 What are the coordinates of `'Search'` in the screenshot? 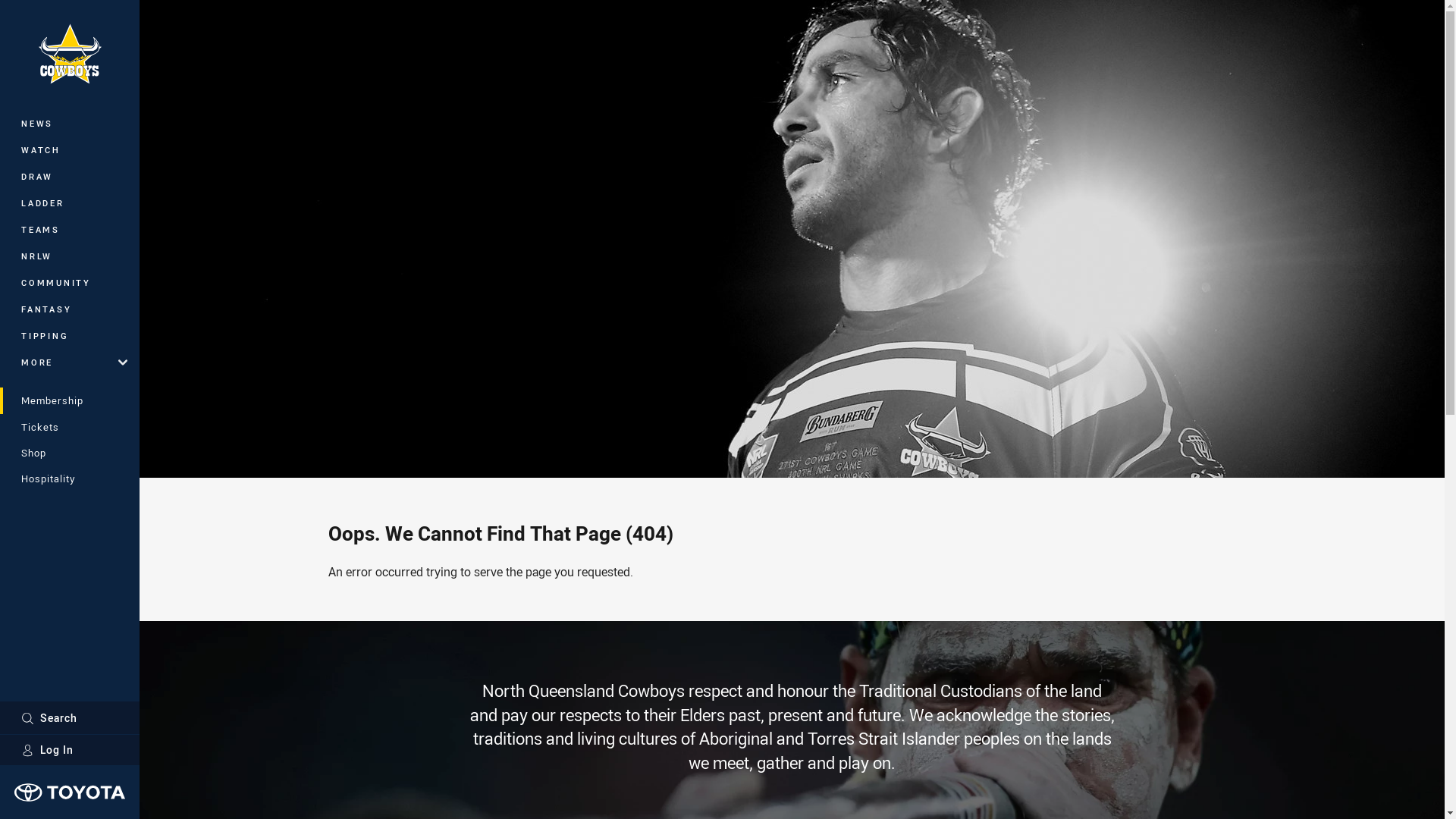 It's located at (68, 717).